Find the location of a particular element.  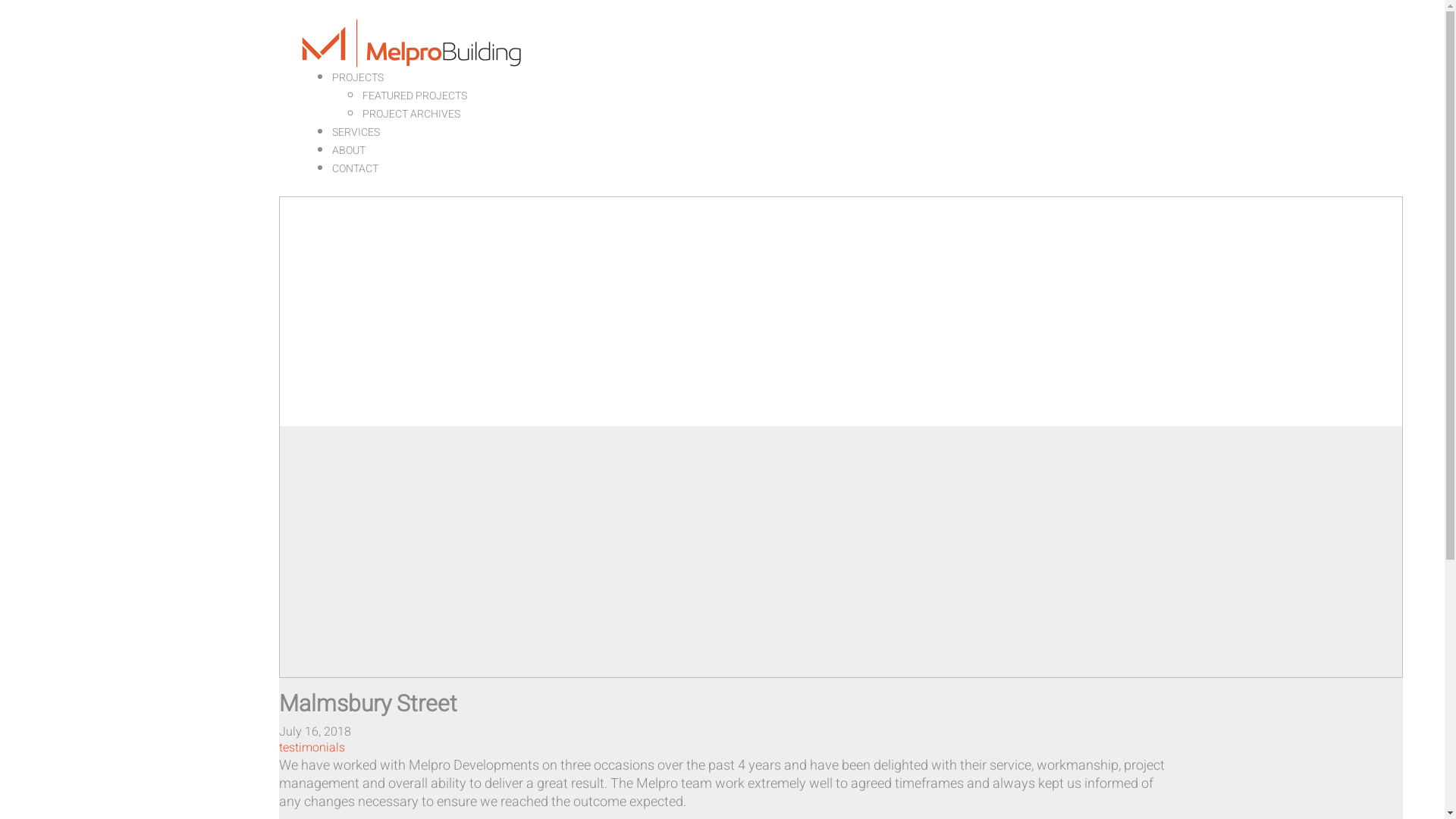

'testimonials' is located at coordinates (311, 747).